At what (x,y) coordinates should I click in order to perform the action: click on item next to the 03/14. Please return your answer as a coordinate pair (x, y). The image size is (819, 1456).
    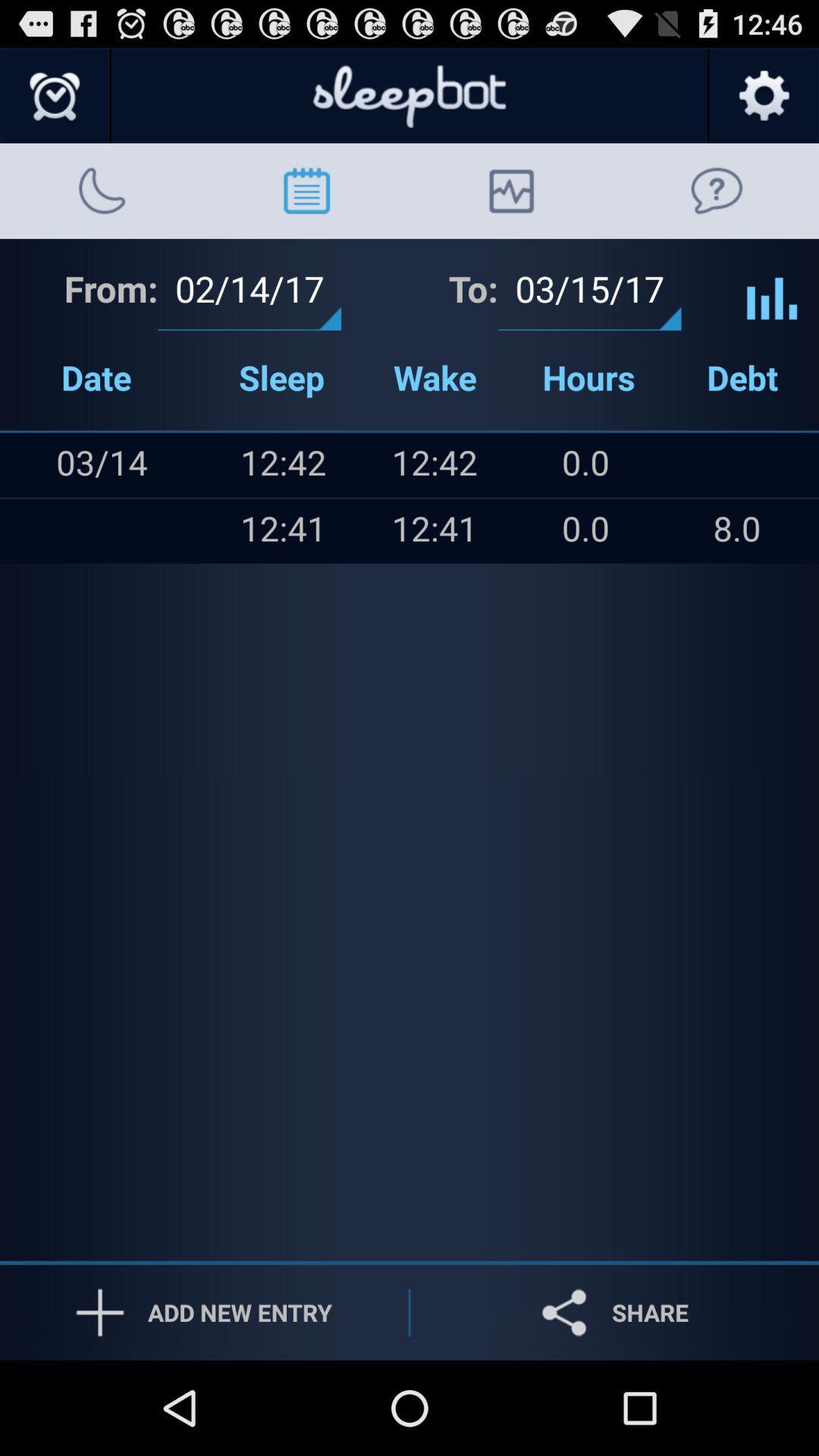
    Looking at the image, I should click on (31, 464).